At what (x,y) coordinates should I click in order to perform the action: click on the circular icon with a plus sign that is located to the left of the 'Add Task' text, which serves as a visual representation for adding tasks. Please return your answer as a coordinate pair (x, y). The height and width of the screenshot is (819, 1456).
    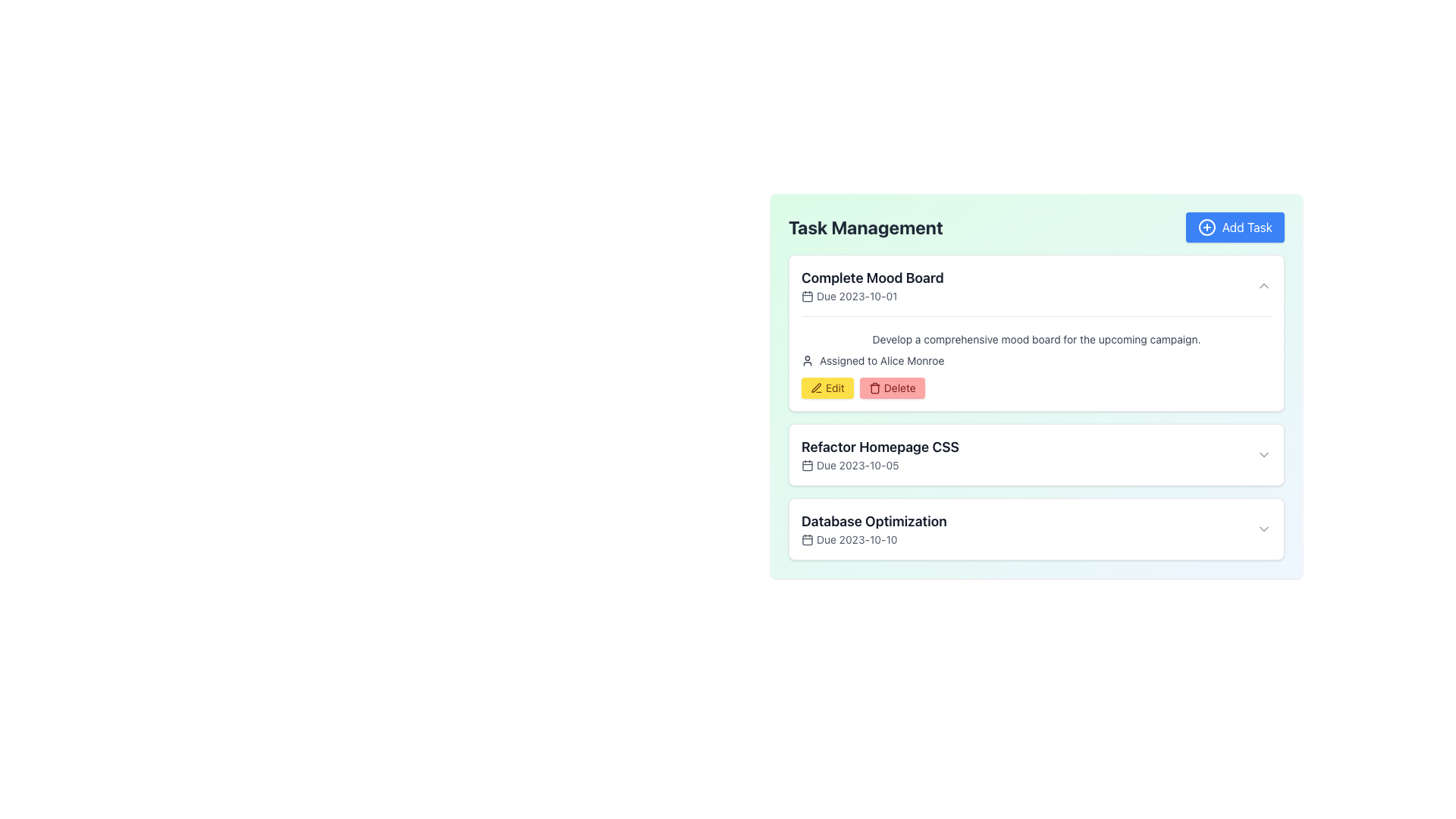
    Looking at the image, I should click on (1206, 227).